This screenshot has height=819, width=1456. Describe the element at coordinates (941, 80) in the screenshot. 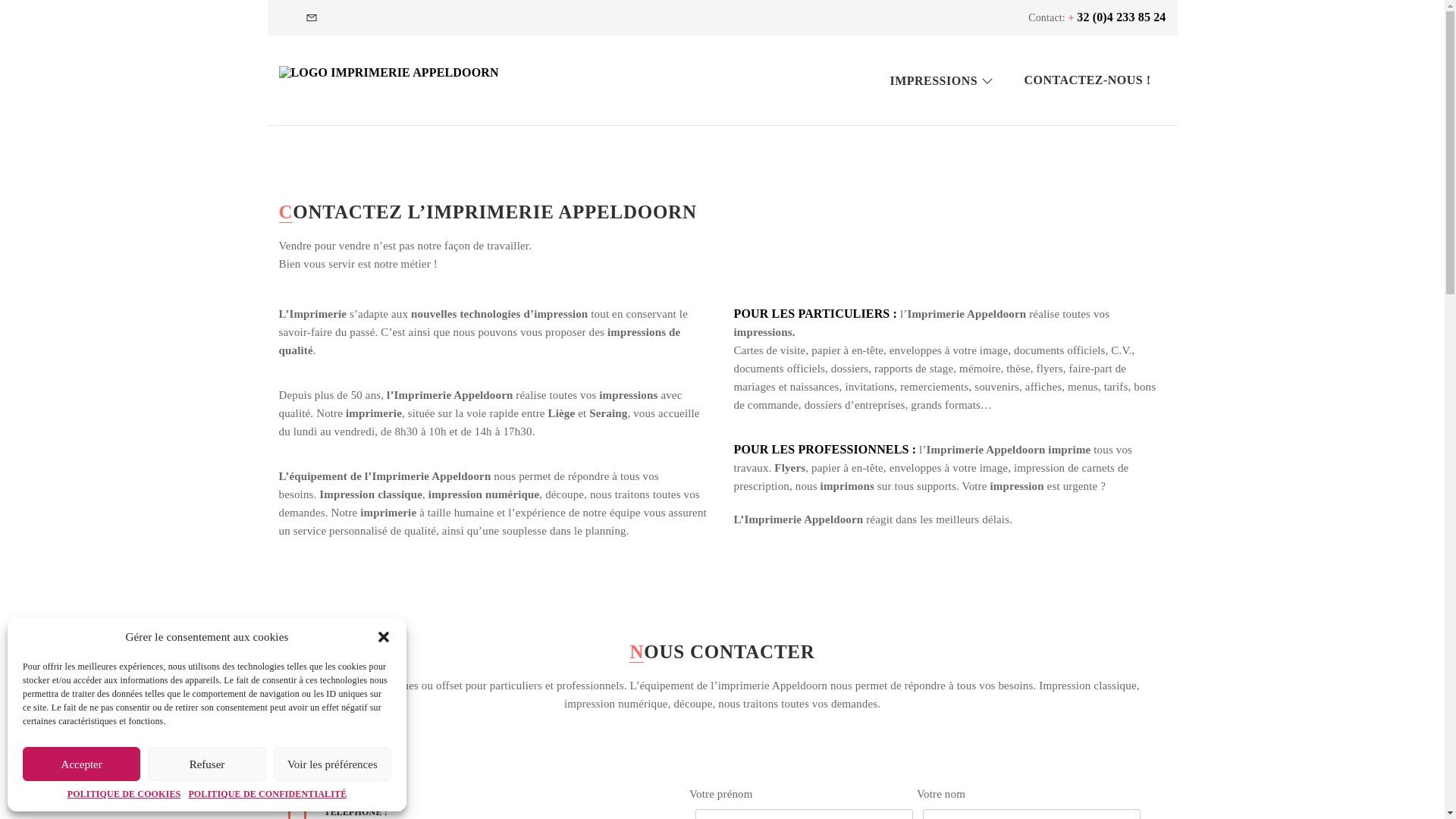

I see `'IMPRESSIONS'` at that location.